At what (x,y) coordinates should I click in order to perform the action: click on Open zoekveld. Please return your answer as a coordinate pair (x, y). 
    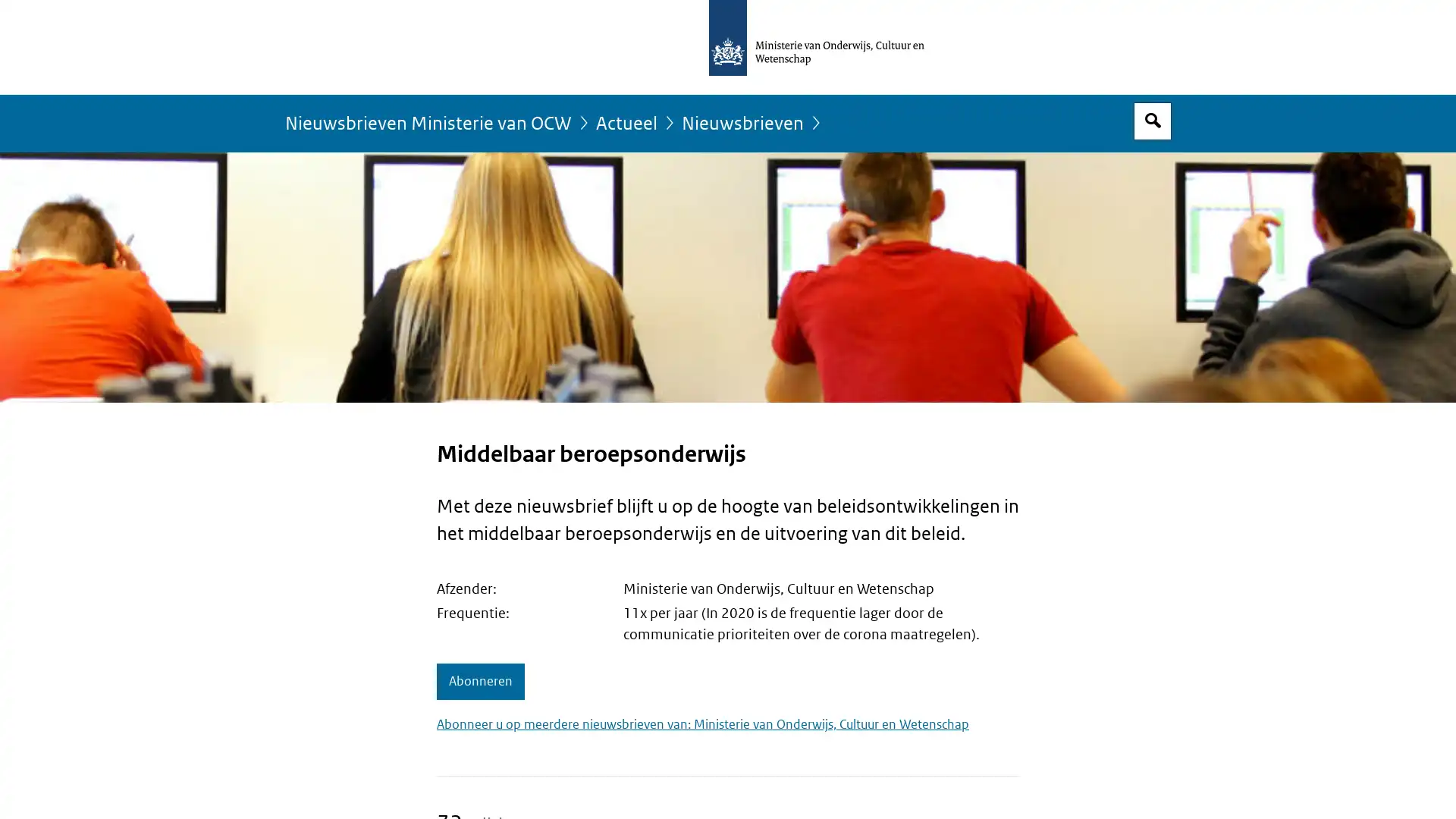
    Looking at the image, I should click on (1153, 120).